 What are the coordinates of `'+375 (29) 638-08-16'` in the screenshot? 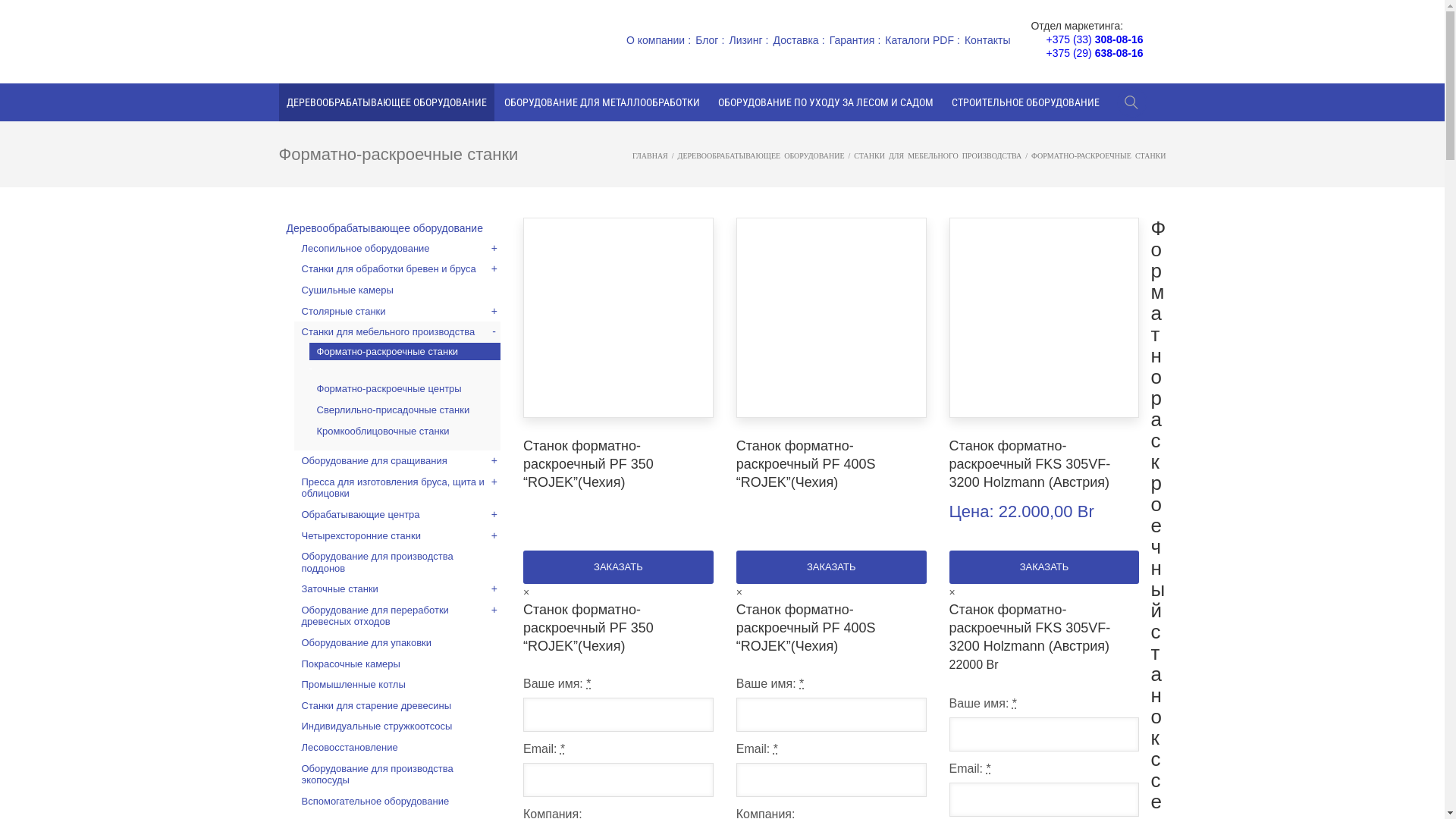 It's located at (1094, 52).